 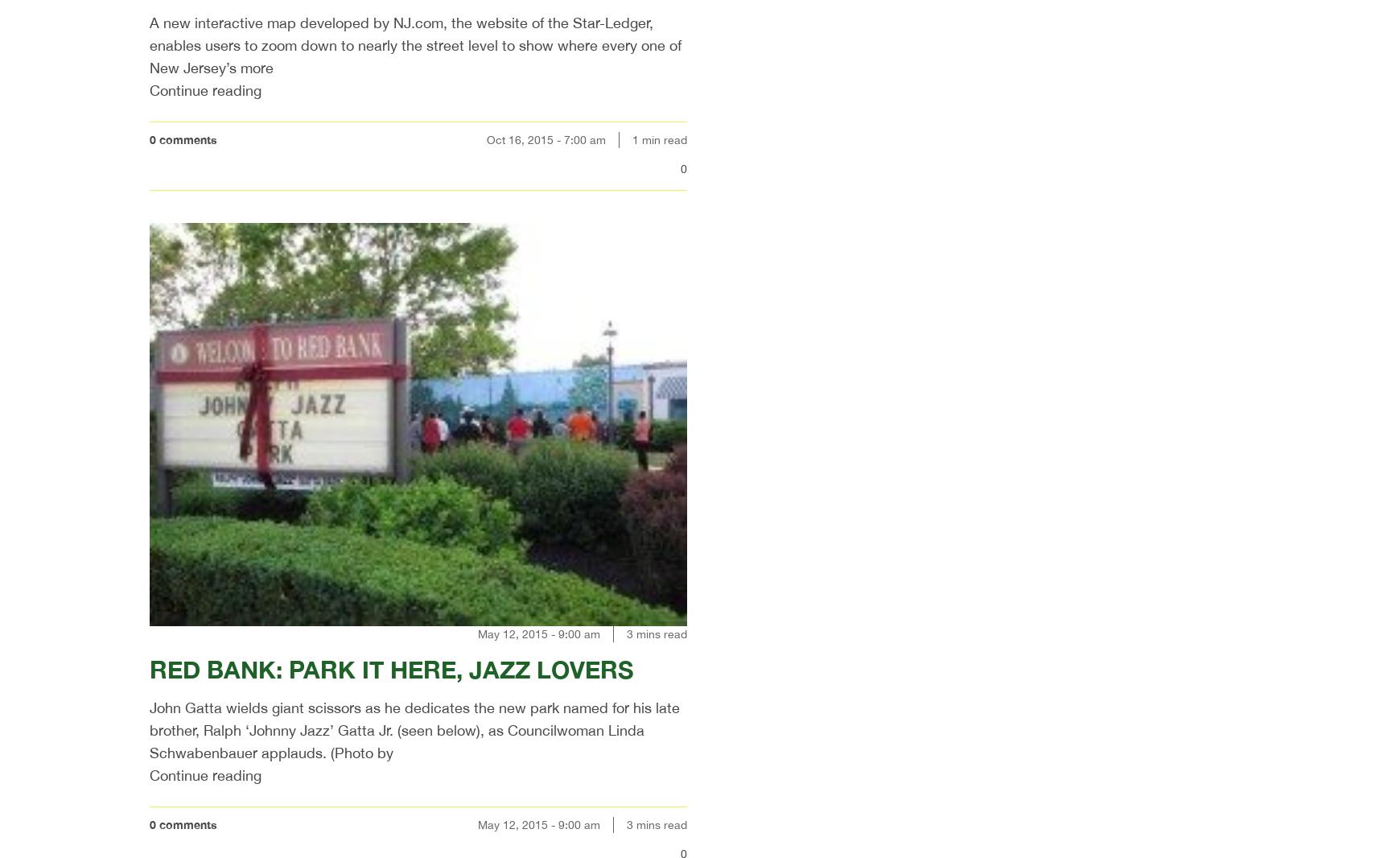 I want to click on '1 min read', so click(x=660, y=138).